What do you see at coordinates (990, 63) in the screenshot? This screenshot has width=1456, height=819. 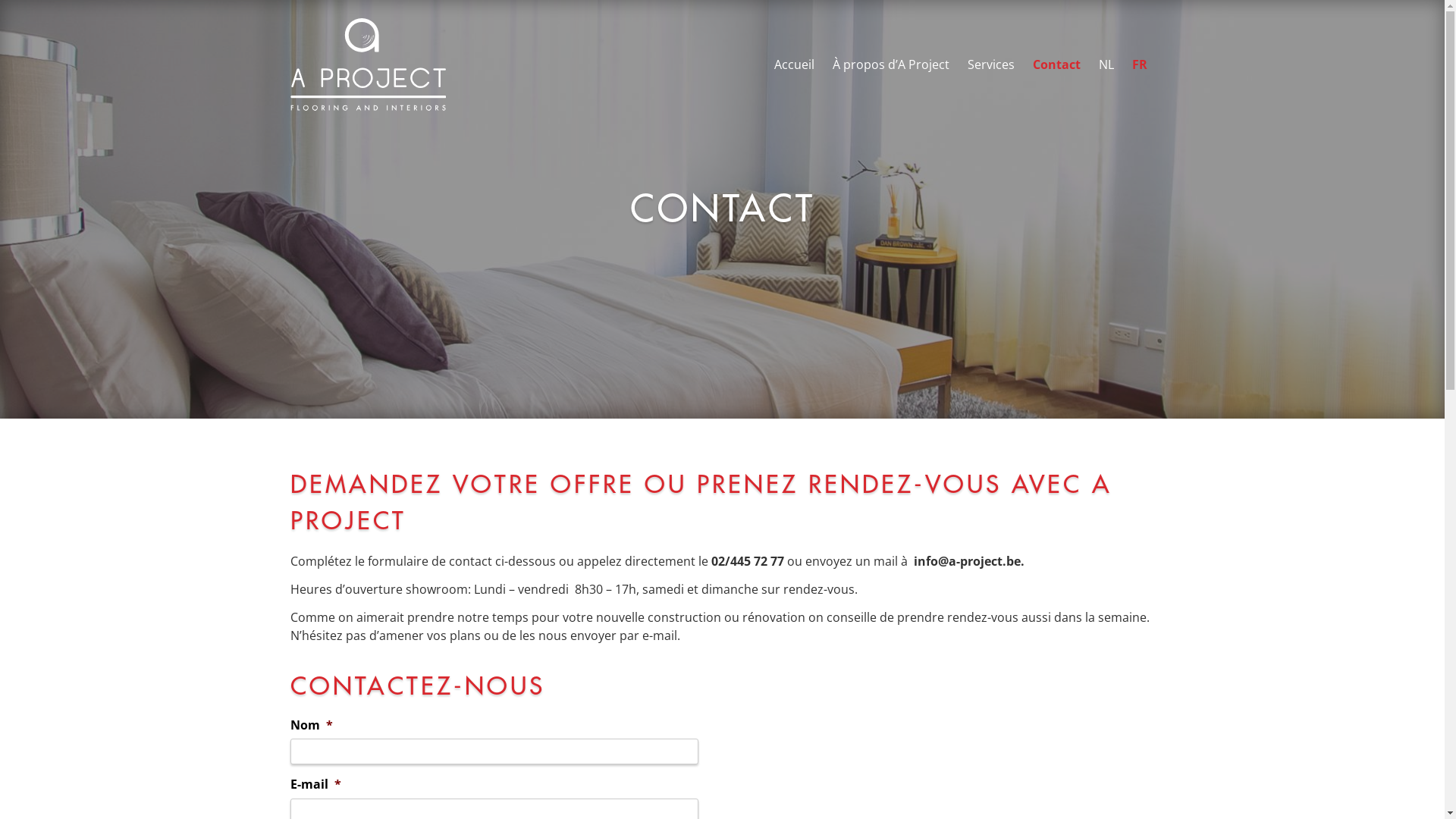 I see `'Services'` at bounding box center [990, 63].